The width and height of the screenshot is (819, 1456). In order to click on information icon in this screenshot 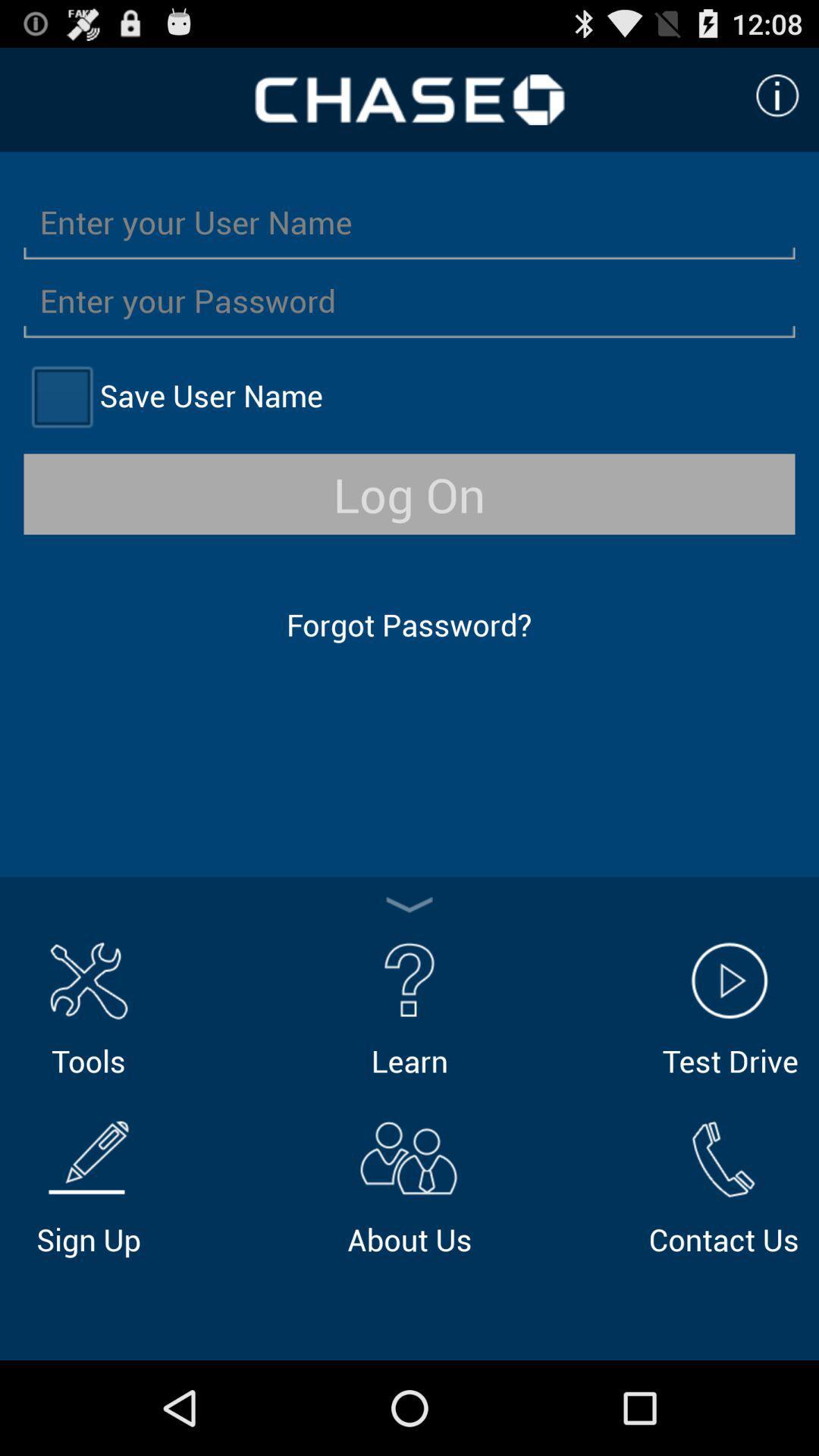, I will do `click(777, 95)`.